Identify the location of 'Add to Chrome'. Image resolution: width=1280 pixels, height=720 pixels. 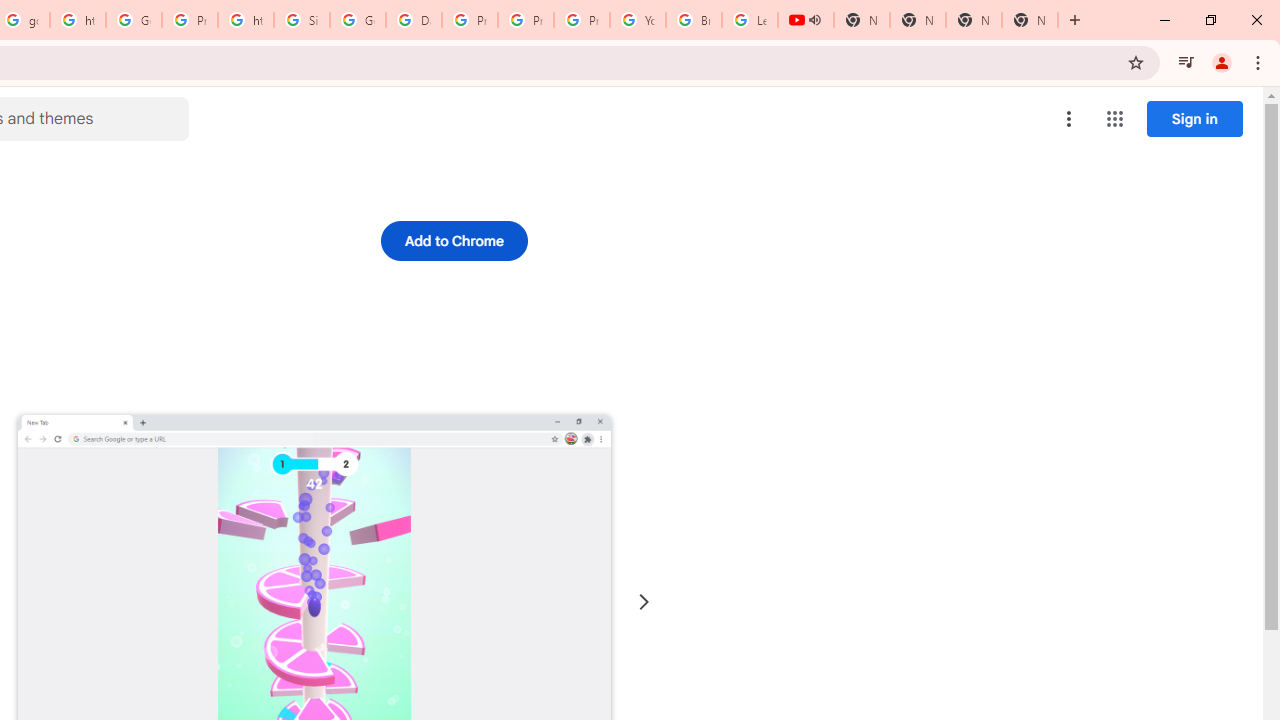
(452, 239).